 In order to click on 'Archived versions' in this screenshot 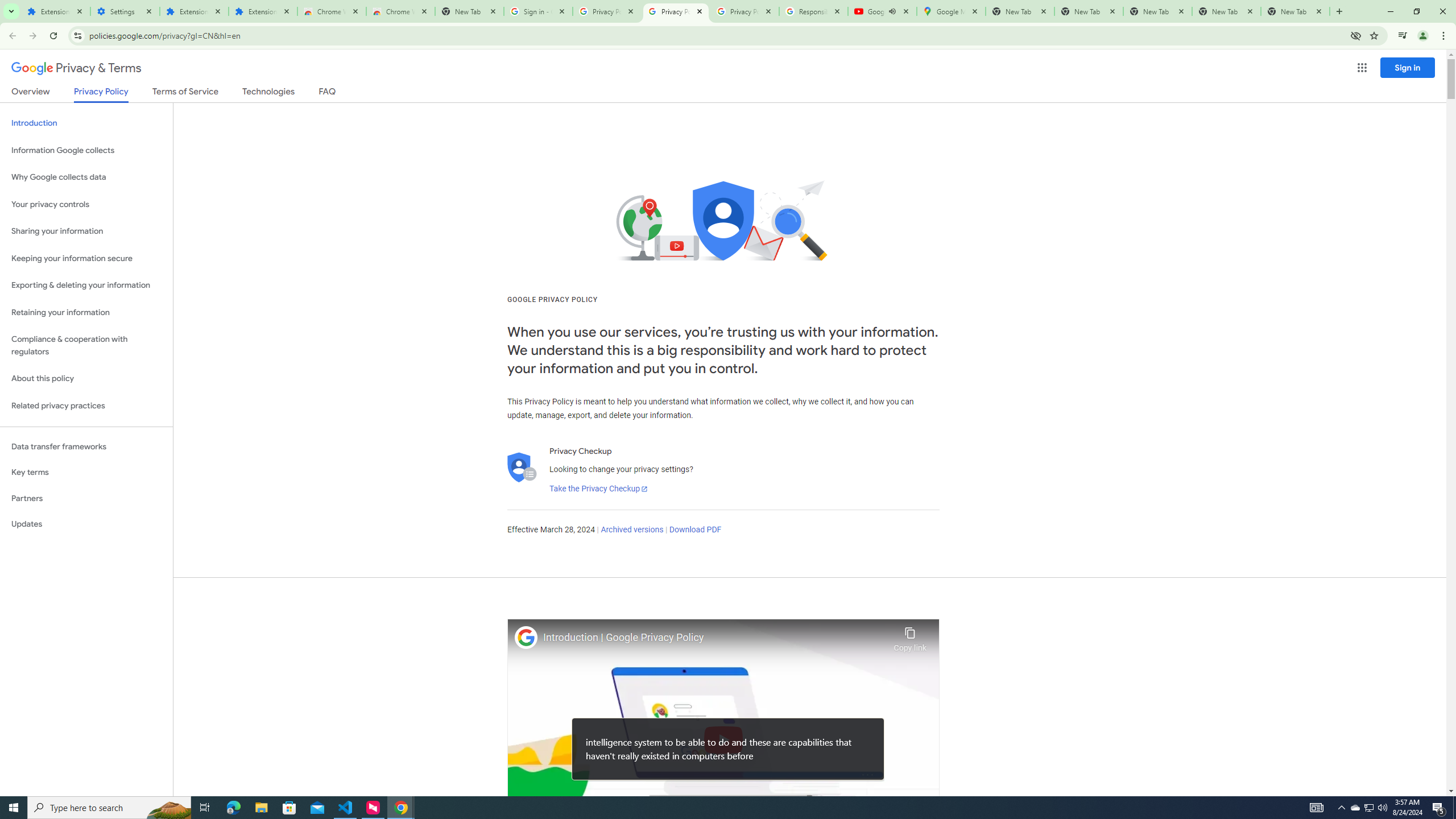, I will do `click(631, 529)`.